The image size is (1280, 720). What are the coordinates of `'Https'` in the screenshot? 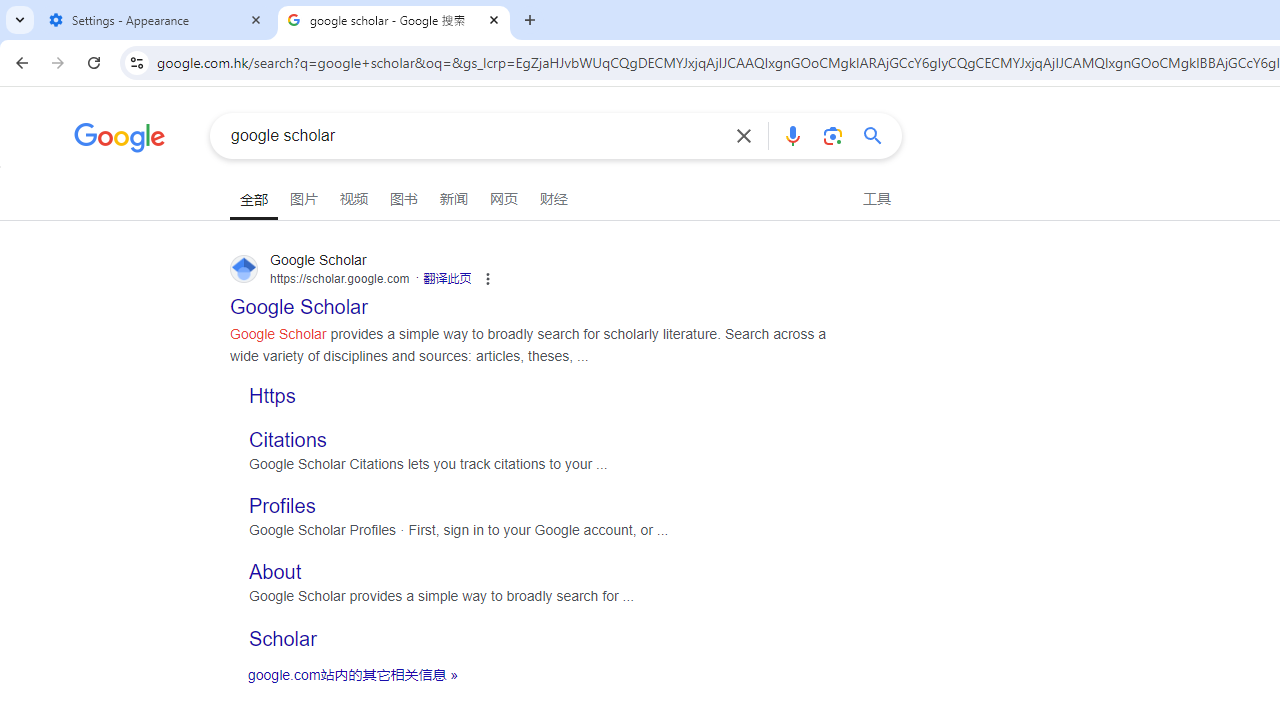 It's located at (271, 395).